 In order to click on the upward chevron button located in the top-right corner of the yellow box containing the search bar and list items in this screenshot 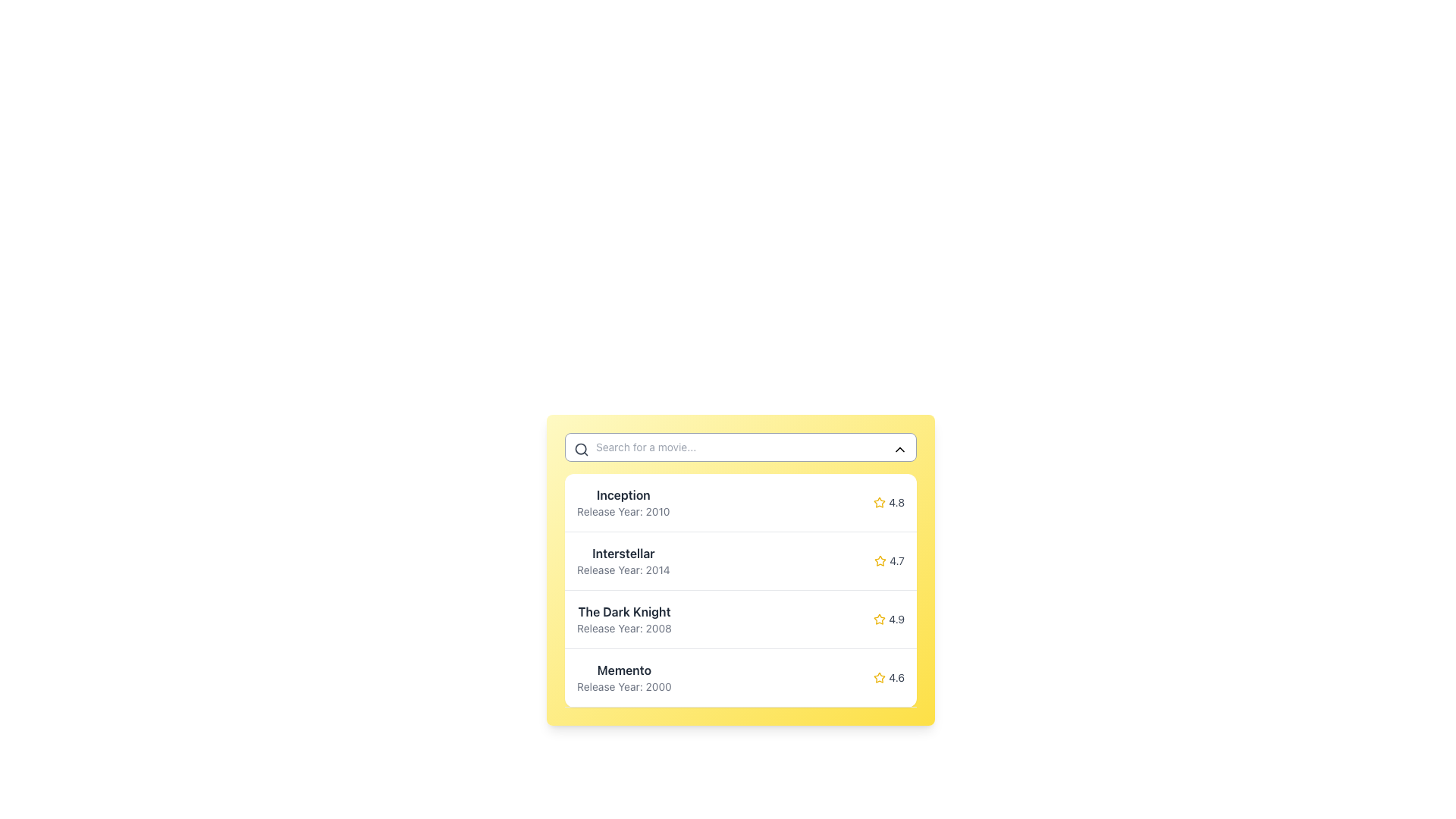, I will do `click(899, 449)`.